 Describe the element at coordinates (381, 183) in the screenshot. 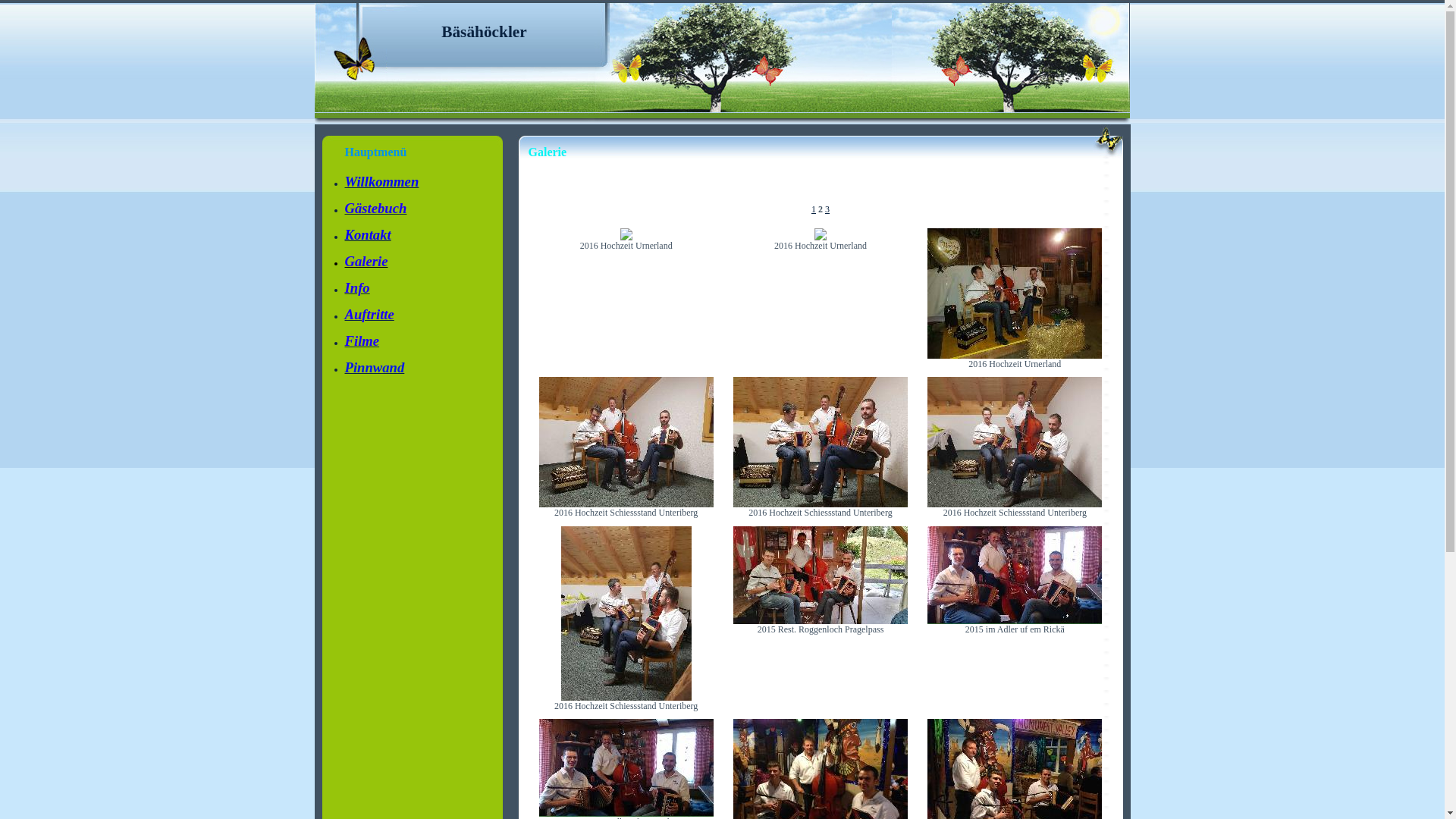

I see `'Willkommen'` at that location.